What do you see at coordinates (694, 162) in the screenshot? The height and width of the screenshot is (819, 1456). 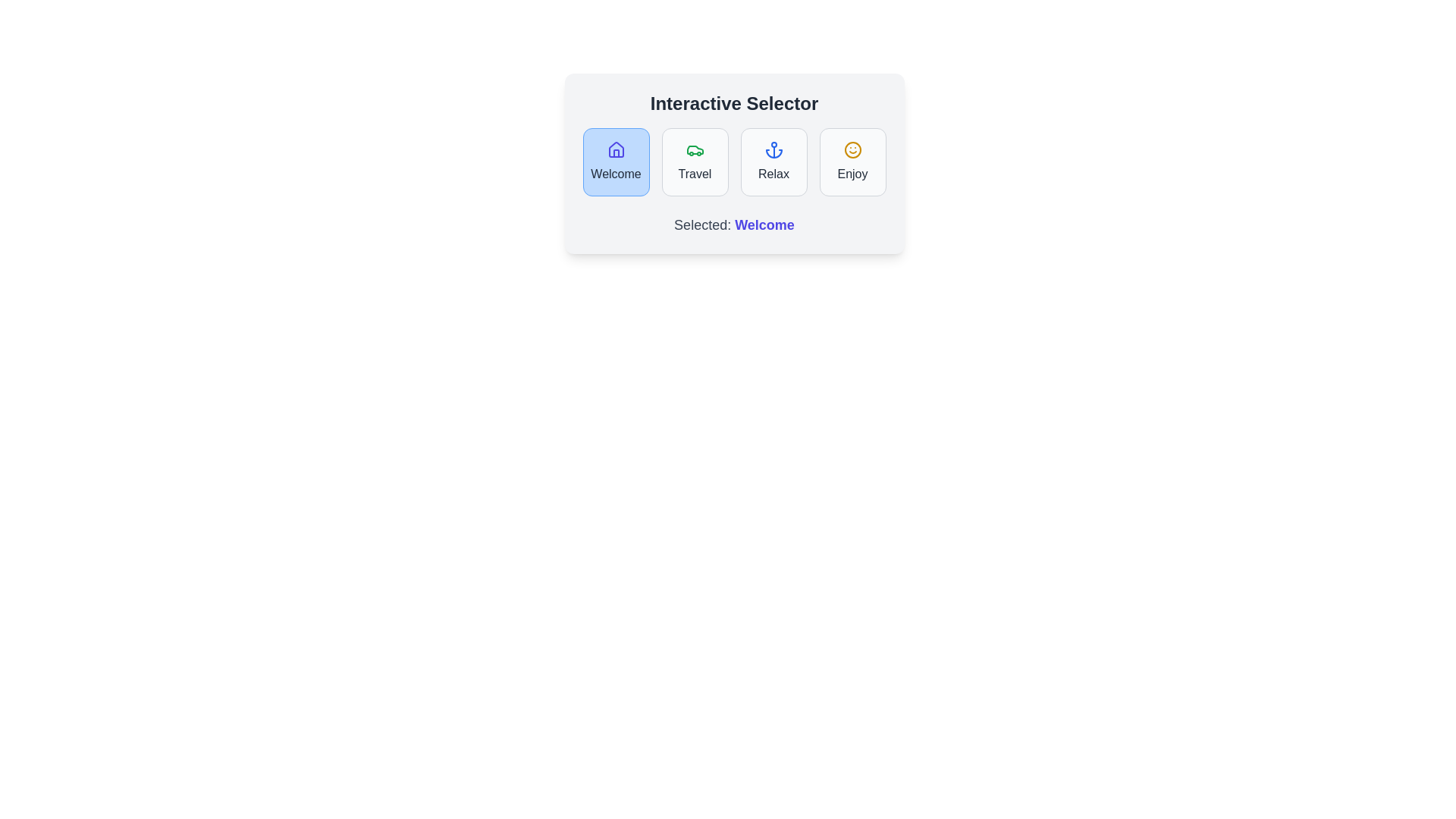 I see `the second interactive card in the row` at bounding box center [694, 162].